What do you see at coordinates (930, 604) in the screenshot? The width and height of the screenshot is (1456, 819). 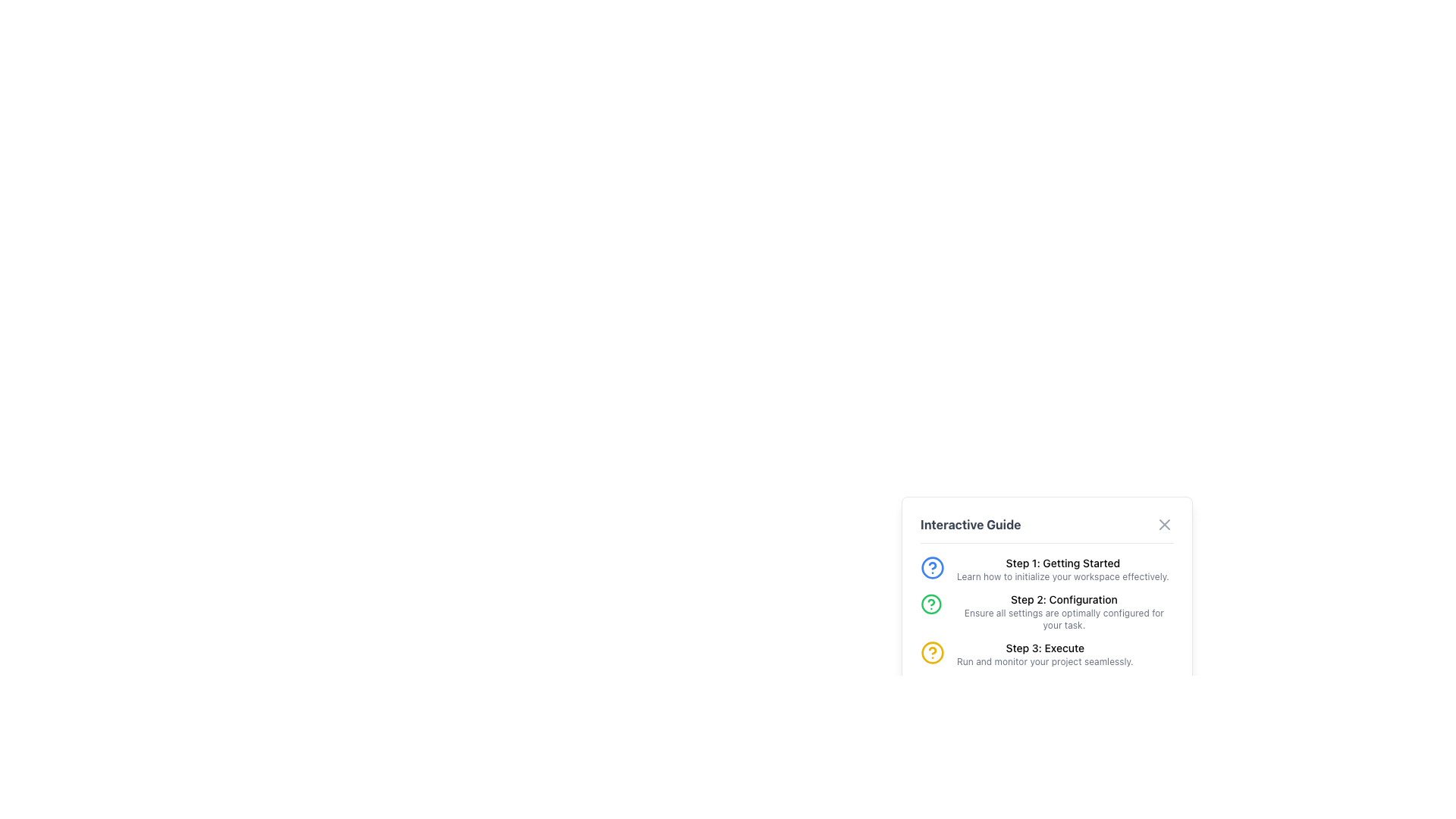 I see `the green circular help icon with a white question mark, located centrally in the 'Interactive Guide' for 'Step 2: Configuration'` at bounding box center [930, 604].